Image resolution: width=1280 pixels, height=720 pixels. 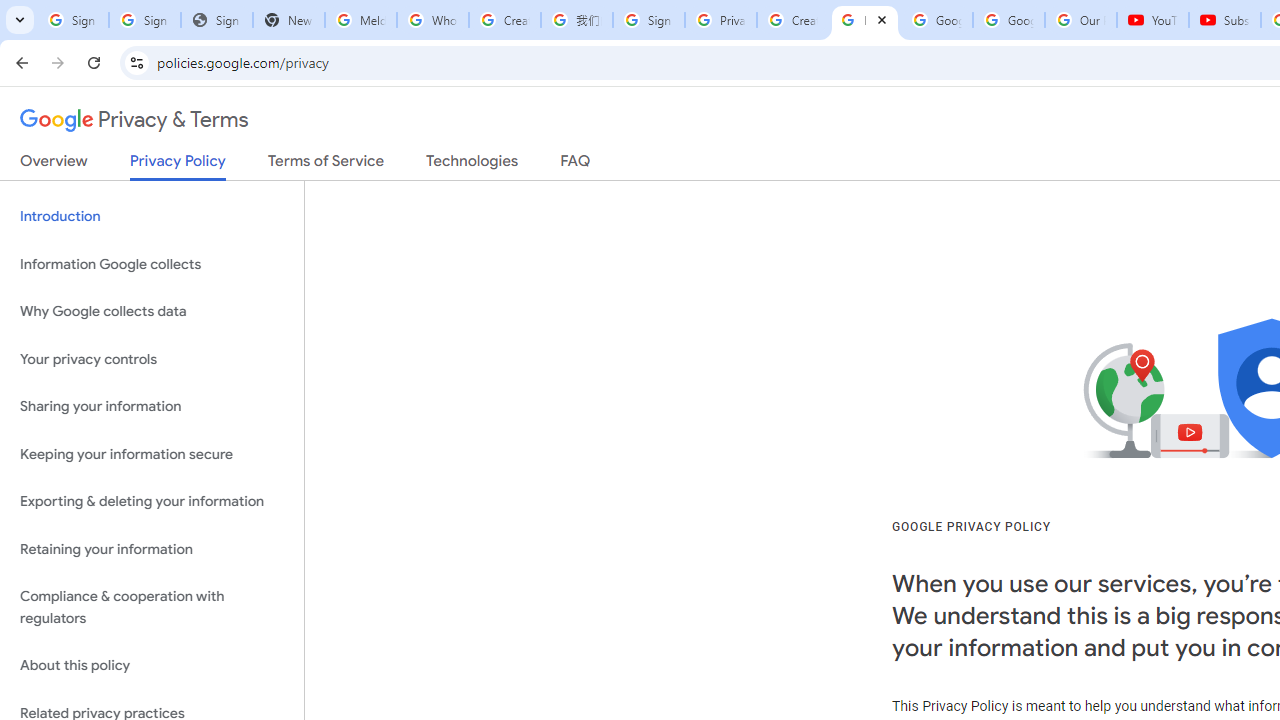 I want to click on 'Information Google collects', so click(x=151, y=263).